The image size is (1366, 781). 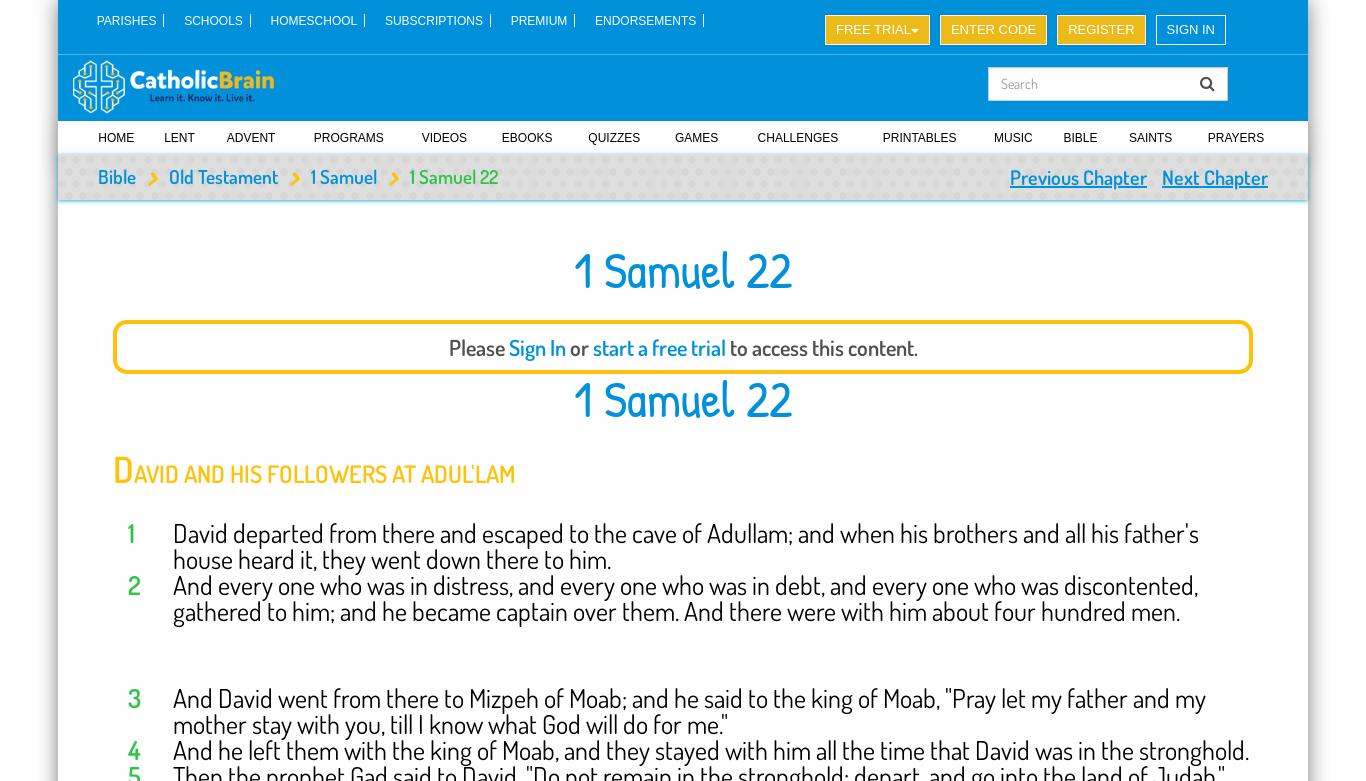 What do you see at coordinates (477, 346) in the screenshot?
I see `'Please'` at bounding box center [477, 346].